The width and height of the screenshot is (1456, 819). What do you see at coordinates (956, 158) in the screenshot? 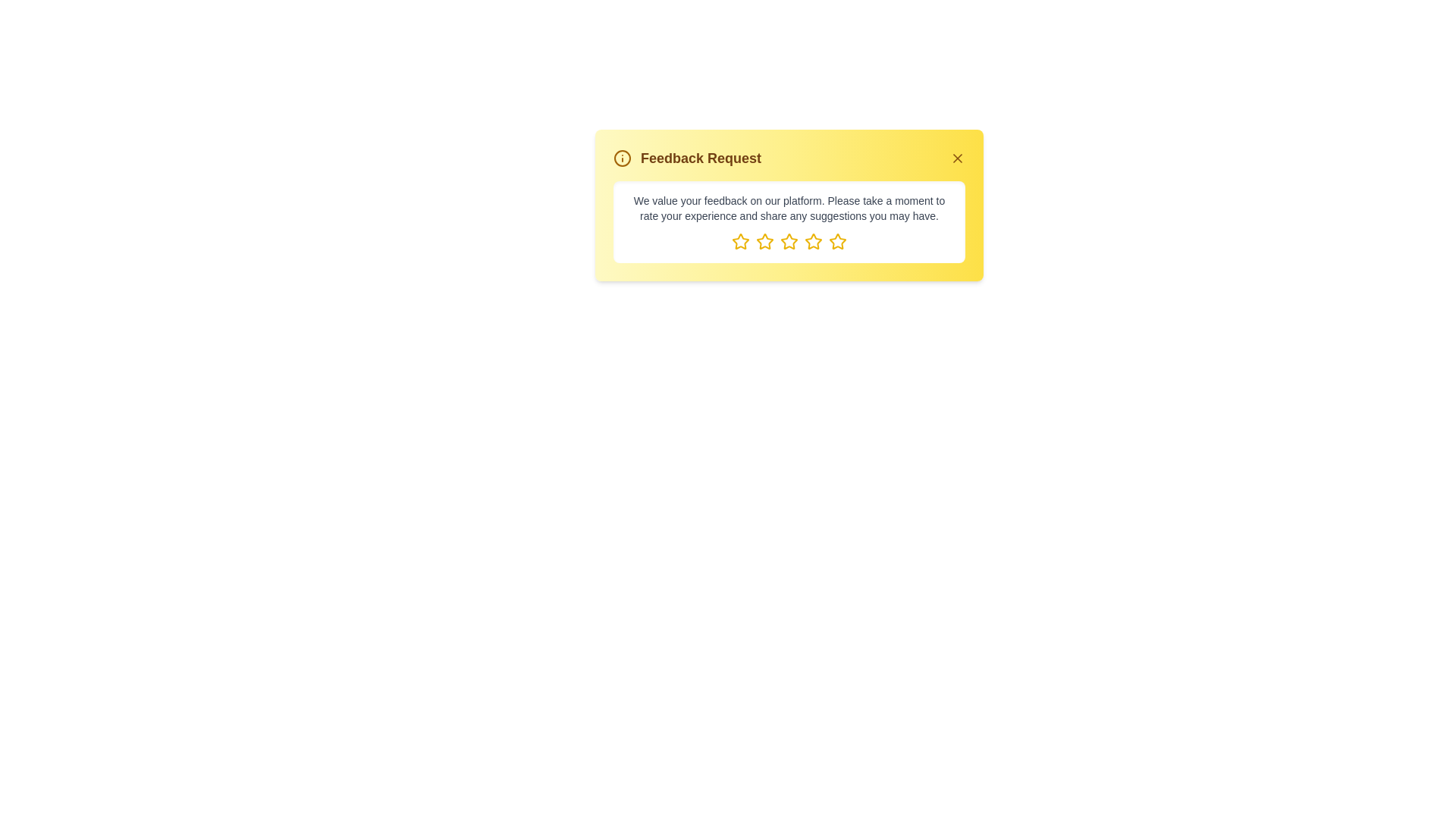
I see `the element close_button to observe its hover effect` at bounding box center [956, 158].